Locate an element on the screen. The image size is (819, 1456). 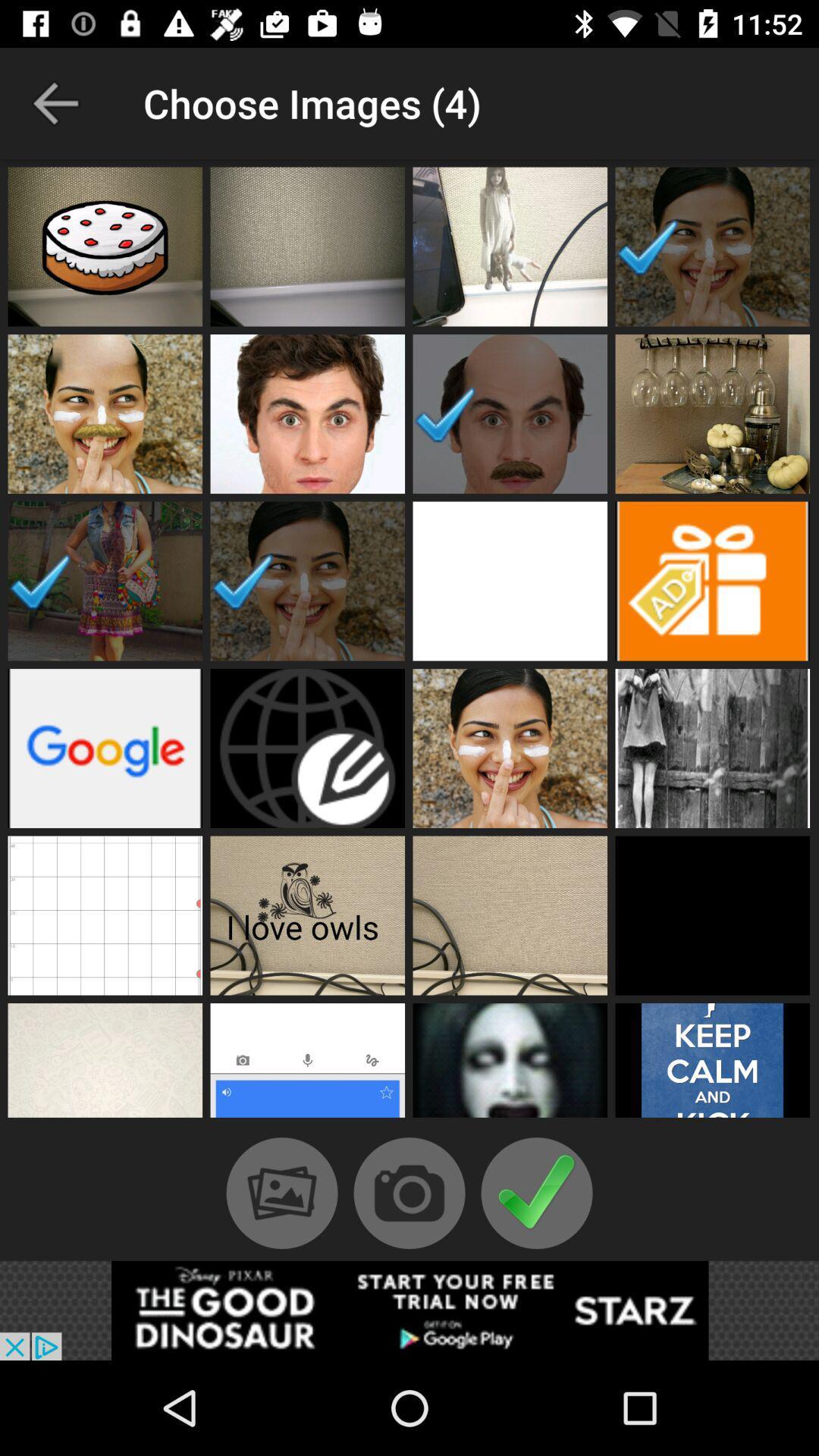
return to previous is located at coordinates (55, 102).